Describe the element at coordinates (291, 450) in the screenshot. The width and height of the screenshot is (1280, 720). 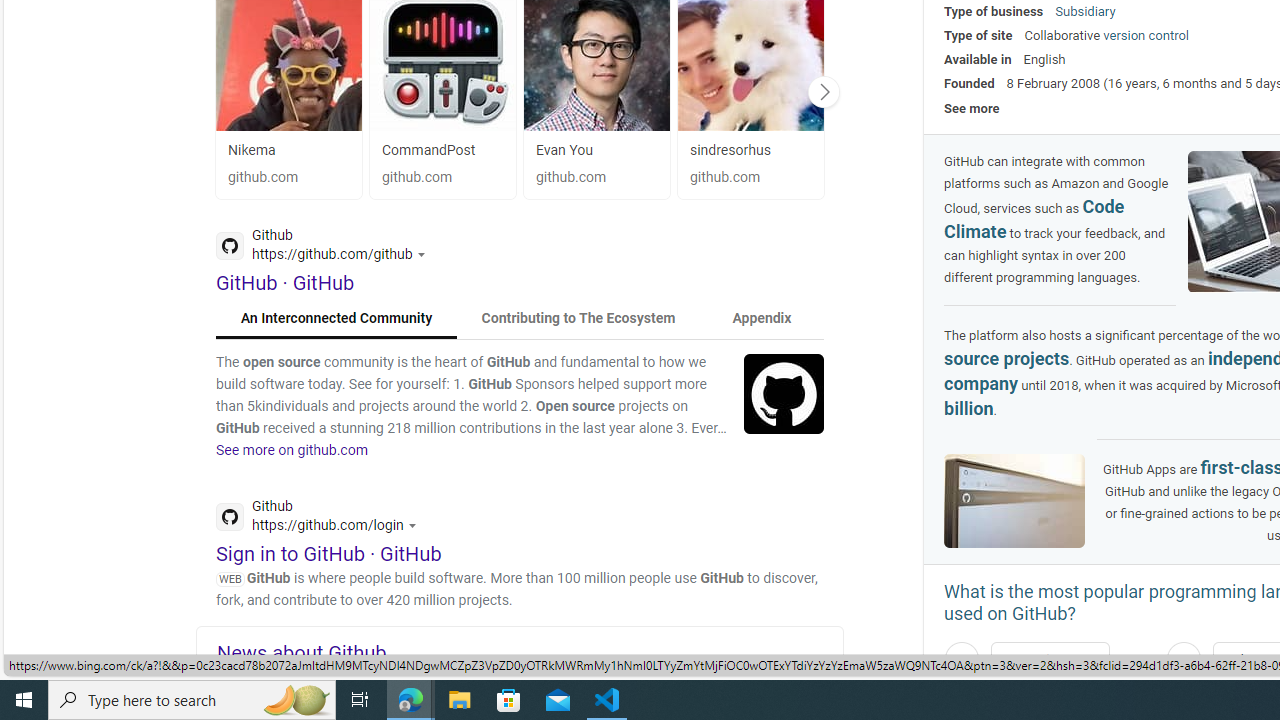
I see `'See more on github.com'` at that location.